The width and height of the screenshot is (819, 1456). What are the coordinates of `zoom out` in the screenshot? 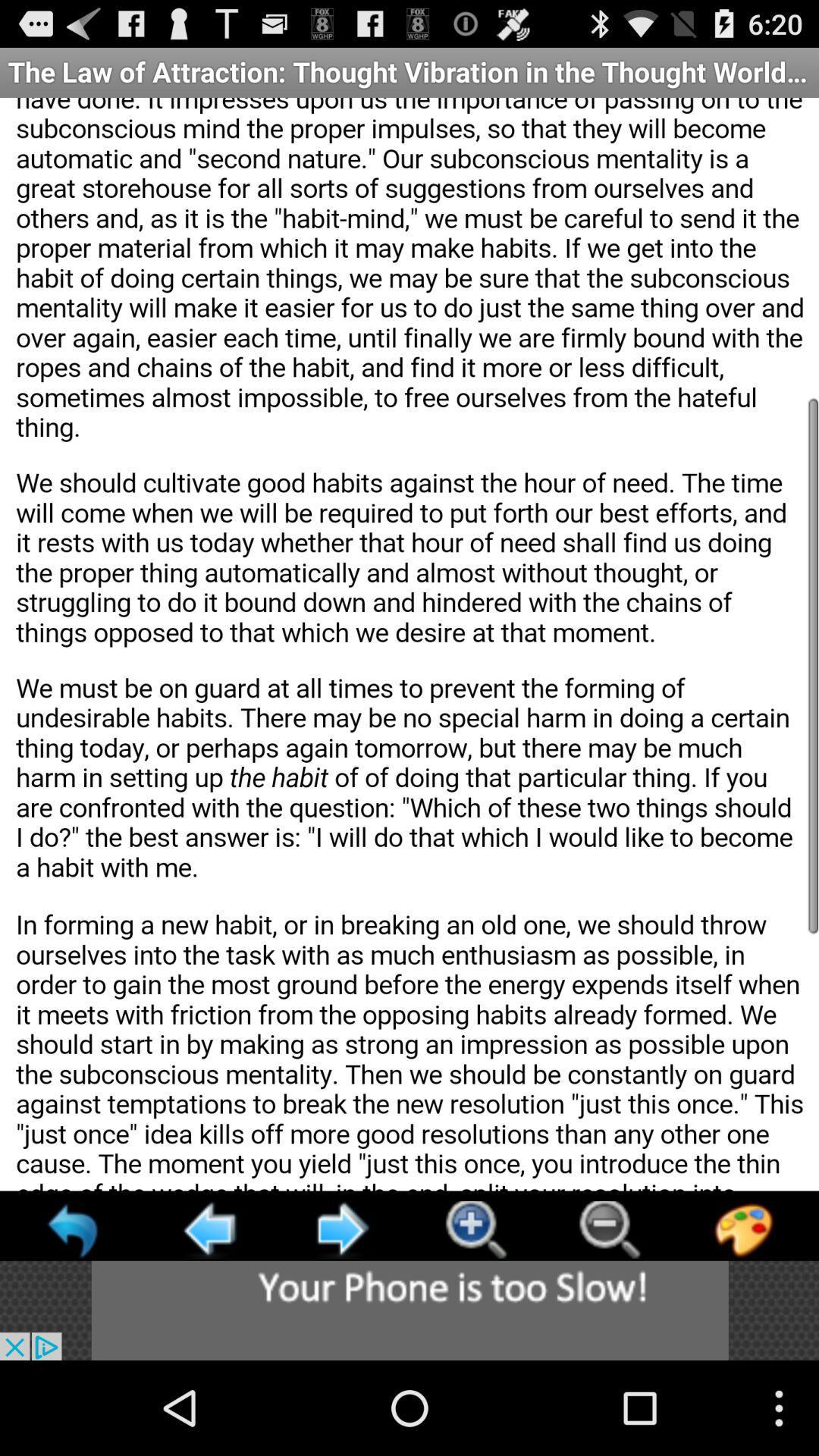 It's located at (608, 1229).